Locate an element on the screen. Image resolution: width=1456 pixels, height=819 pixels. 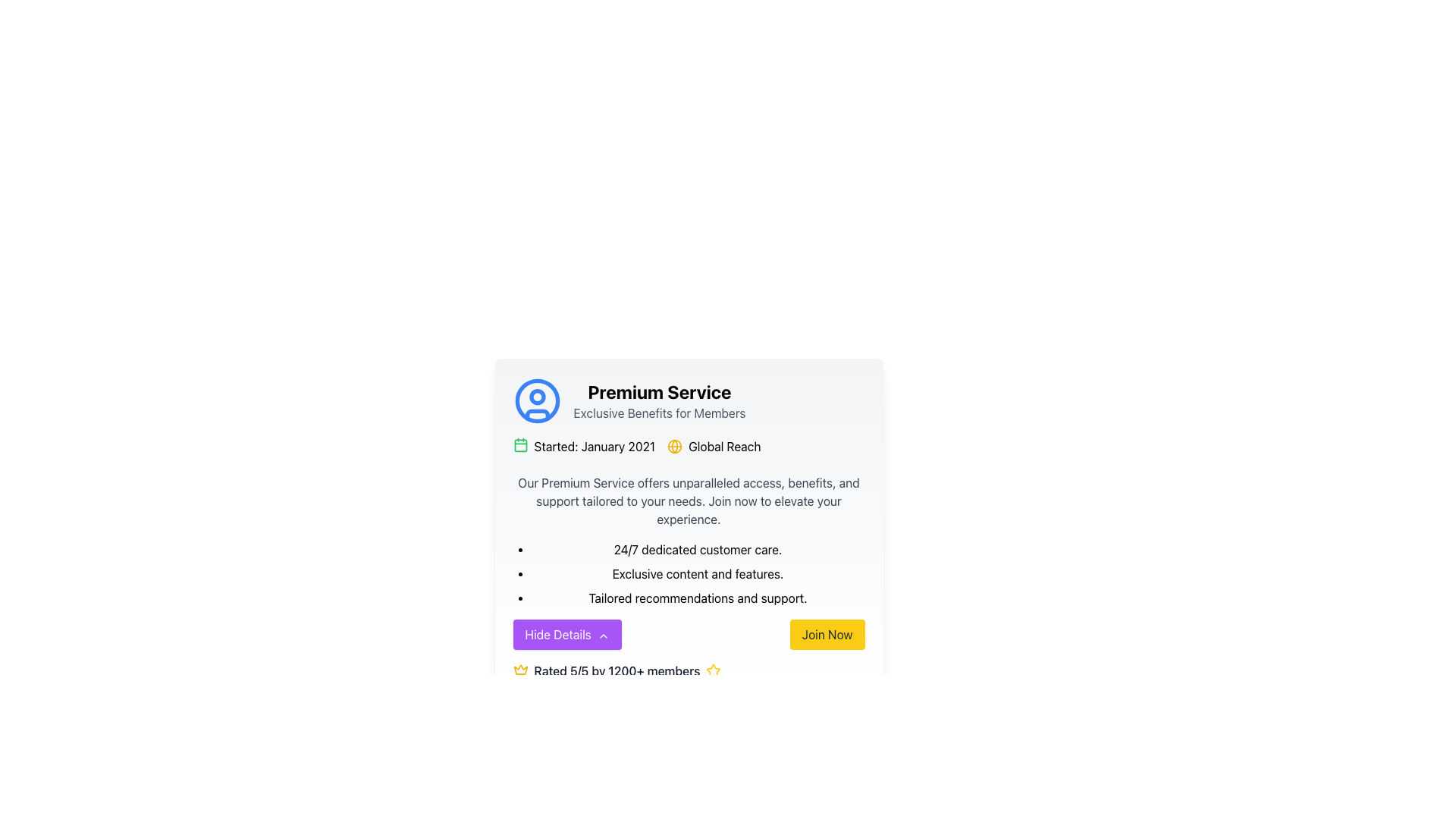
the textual metadata display containing 'Started: January 2021' and 'Global Reach', which includes a green calendar icon and a yellow globe icon is located at coordinates (688, 446).